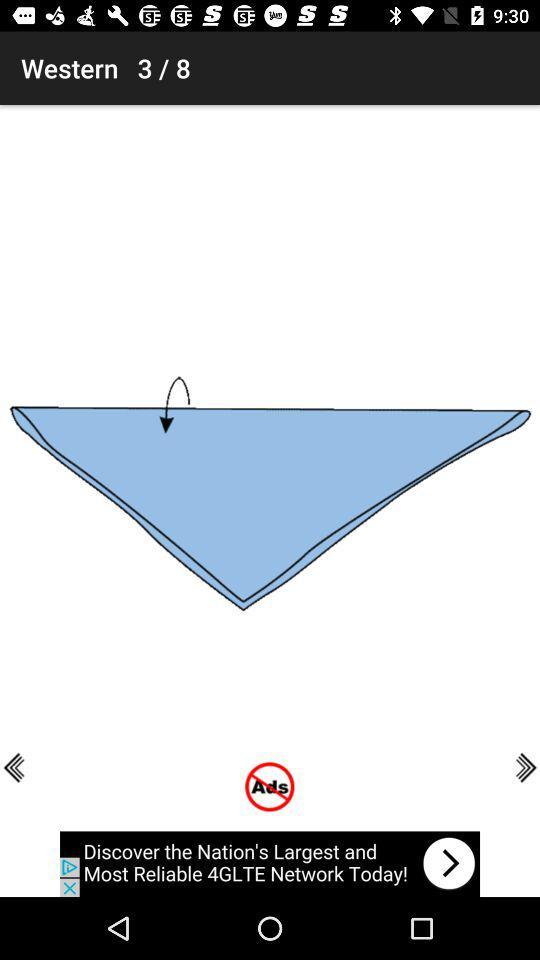 This screenshot has width=540, height=960. I want to click on discover the nation 's largest and most reliable 4glte network today, so click(270, 863).